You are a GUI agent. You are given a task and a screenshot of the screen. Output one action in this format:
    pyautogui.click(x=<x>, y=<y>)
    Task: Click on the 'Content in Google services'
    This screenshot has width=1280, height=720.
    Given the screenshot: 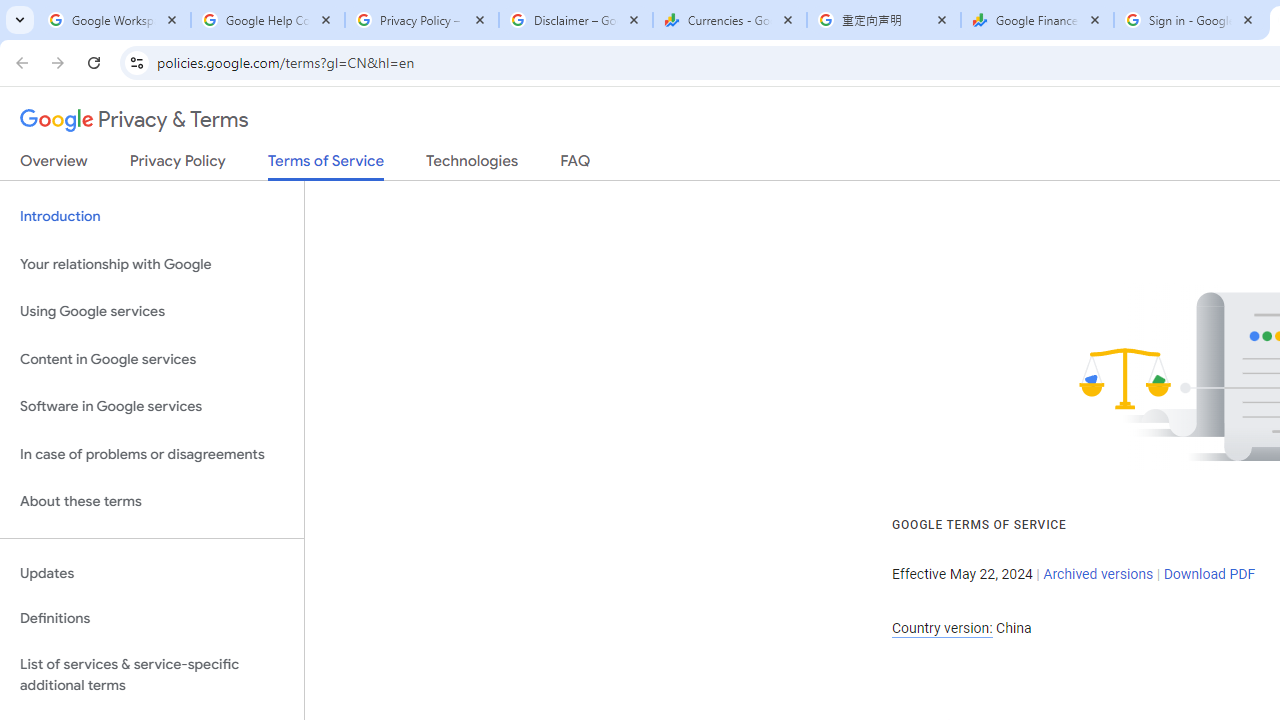 What is the action you would take?
    pyautogui.click(x=151, y=358)
    